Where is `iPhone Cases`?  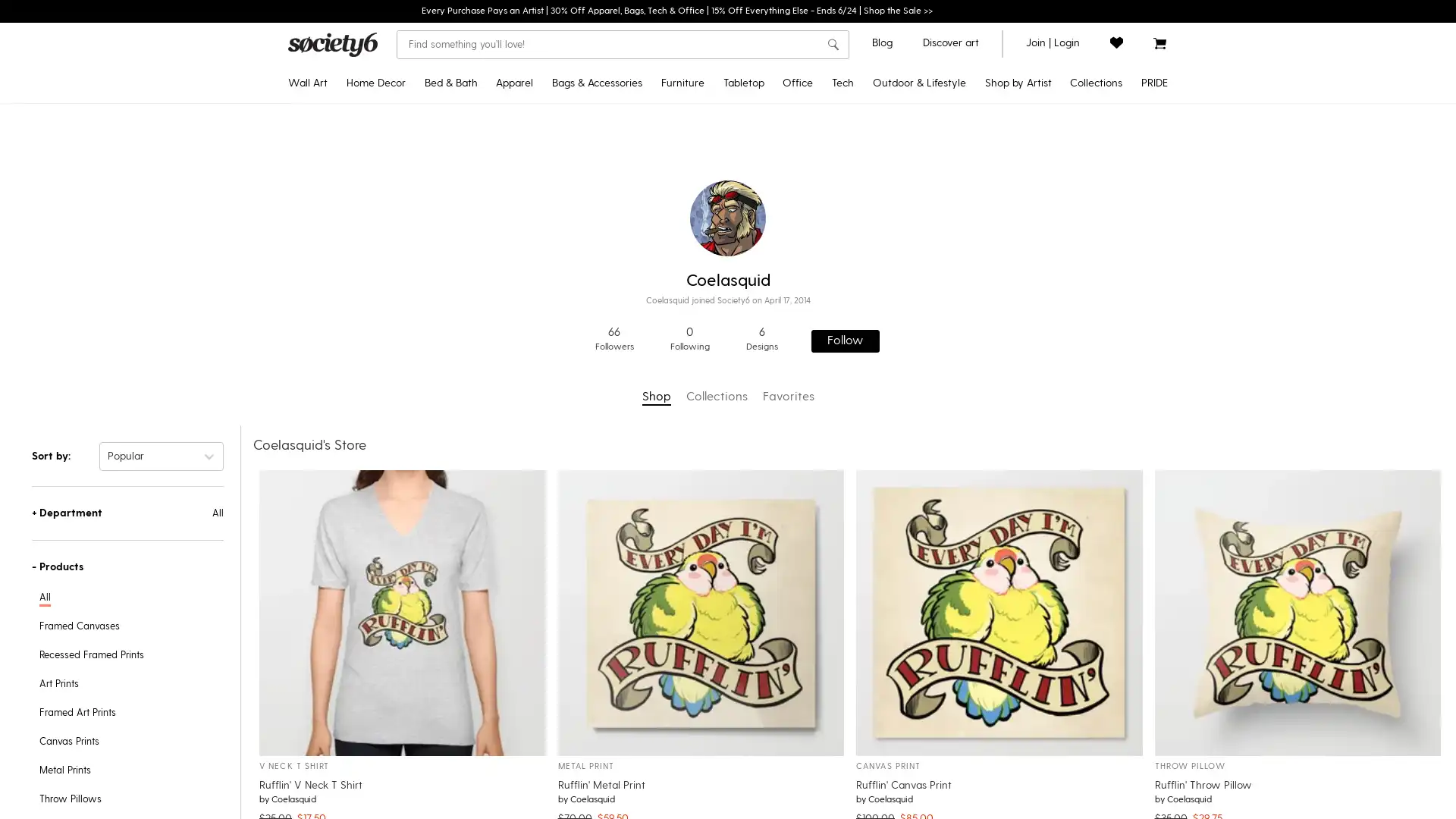
iPhone Cases is located at coordinates (896, 121).